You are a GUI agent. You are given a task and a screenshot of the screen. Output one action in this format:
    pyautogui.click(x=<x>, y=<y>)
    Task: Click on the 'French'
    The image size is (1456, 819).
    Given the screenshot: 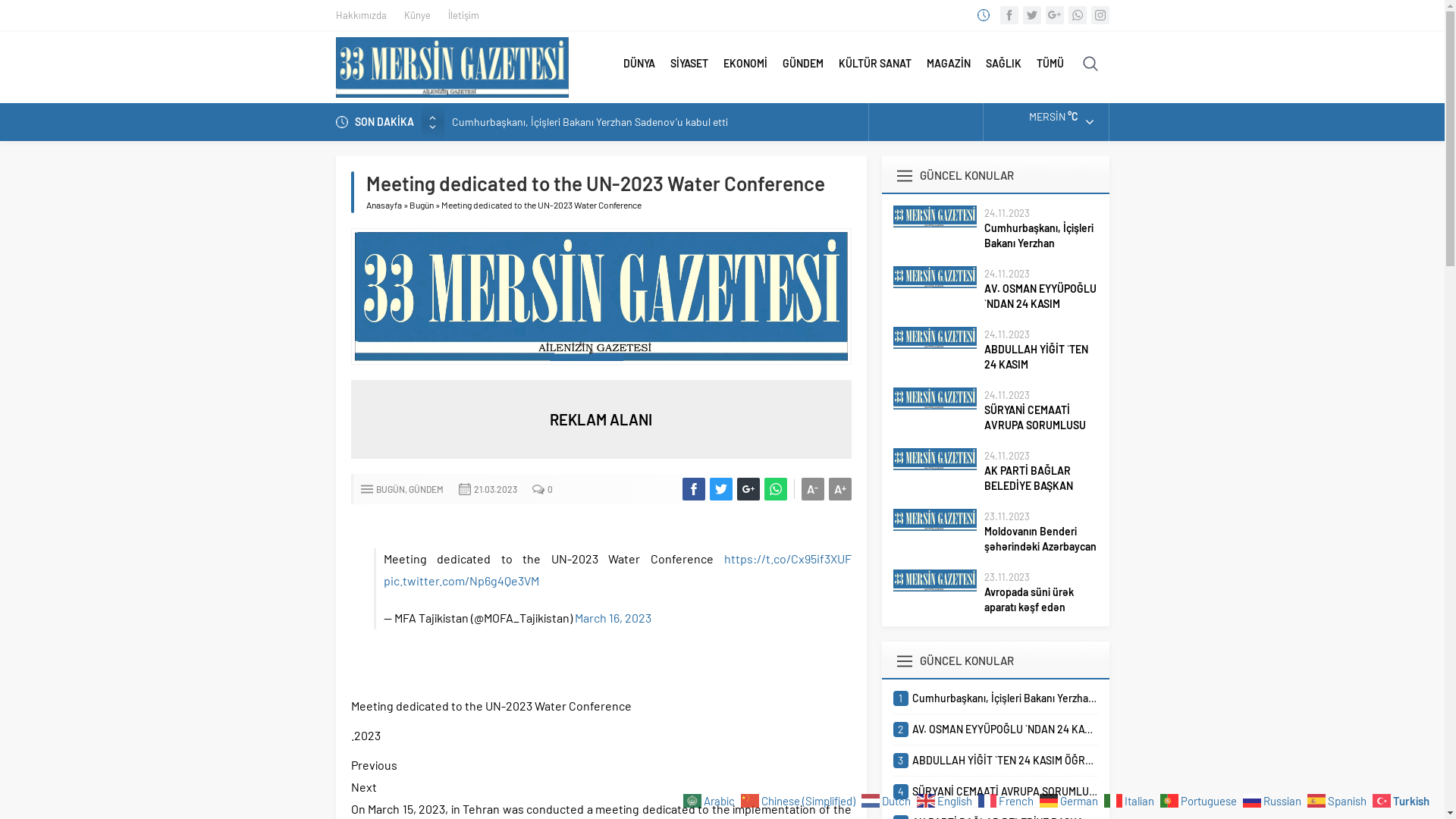 What is the action you would take?
    pyautogui.click(x=1008, y=799)
    